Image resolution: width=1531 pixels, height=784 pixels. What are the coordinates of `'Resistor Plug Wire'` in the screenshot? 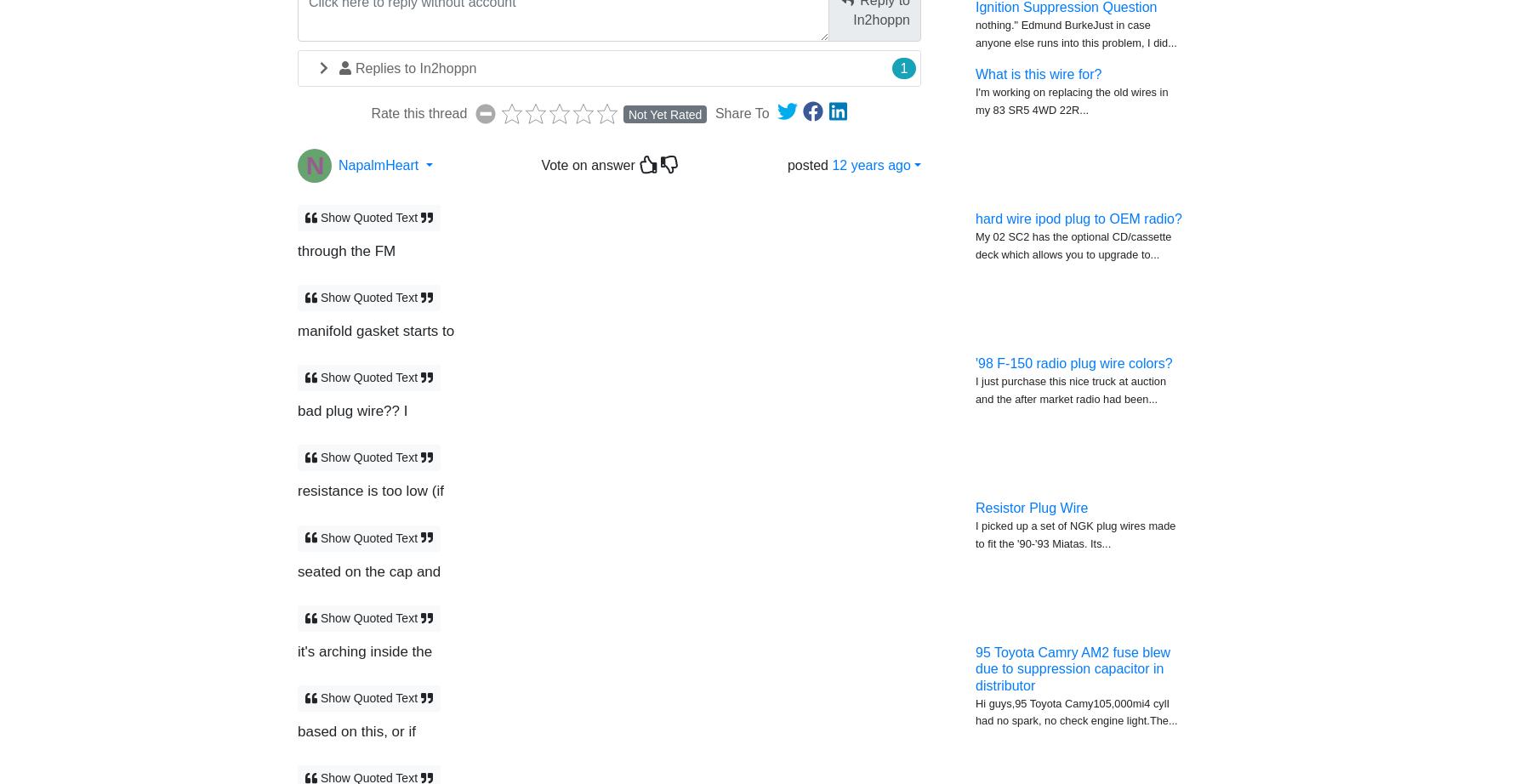 It's located at (974, 508).